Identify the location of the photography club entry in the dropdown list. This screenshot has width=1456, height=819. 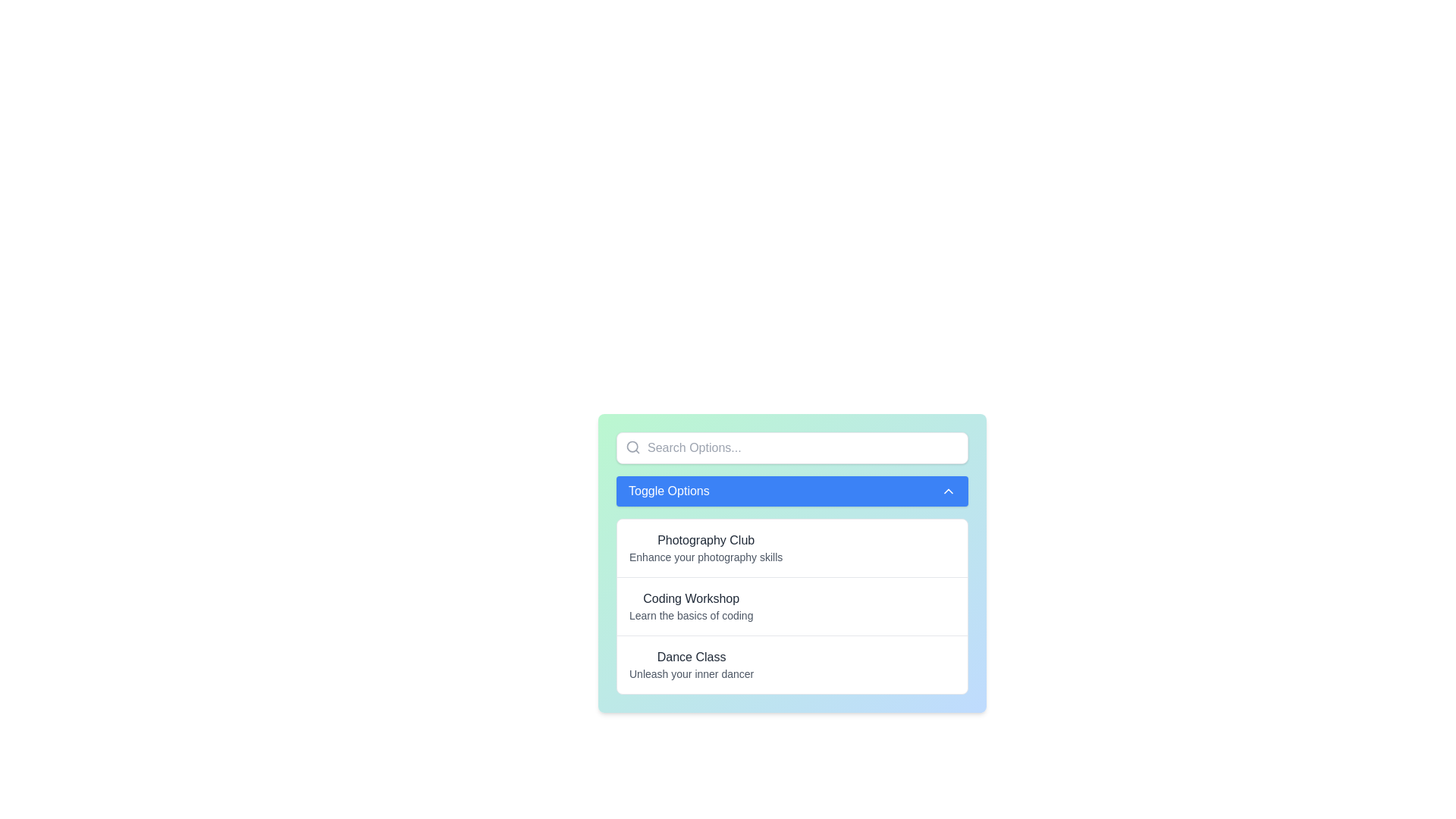
(705, 548).